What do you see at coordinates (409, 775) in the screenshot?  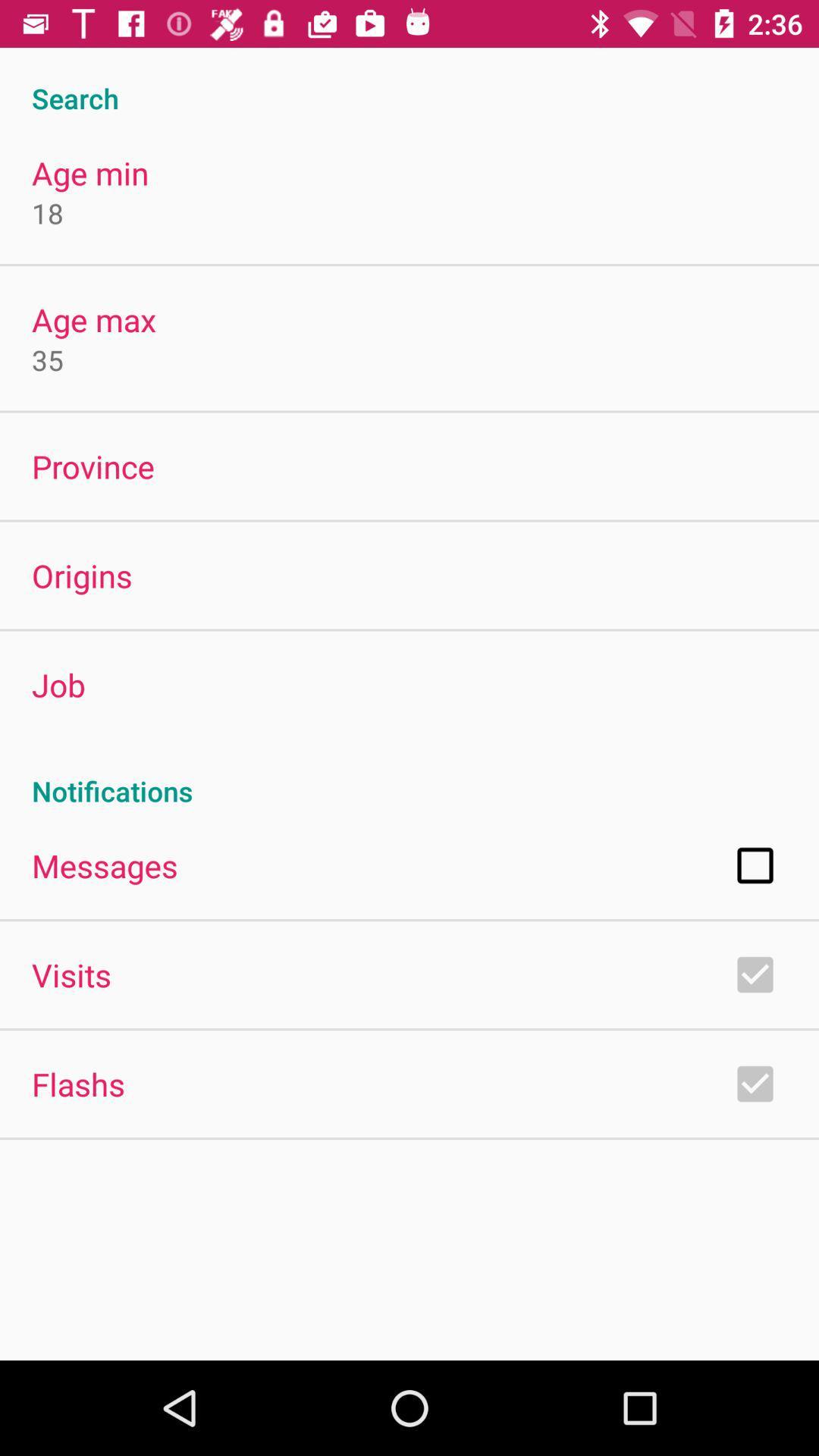 I see `the app below the job icon` at bounding box center [409, 775].